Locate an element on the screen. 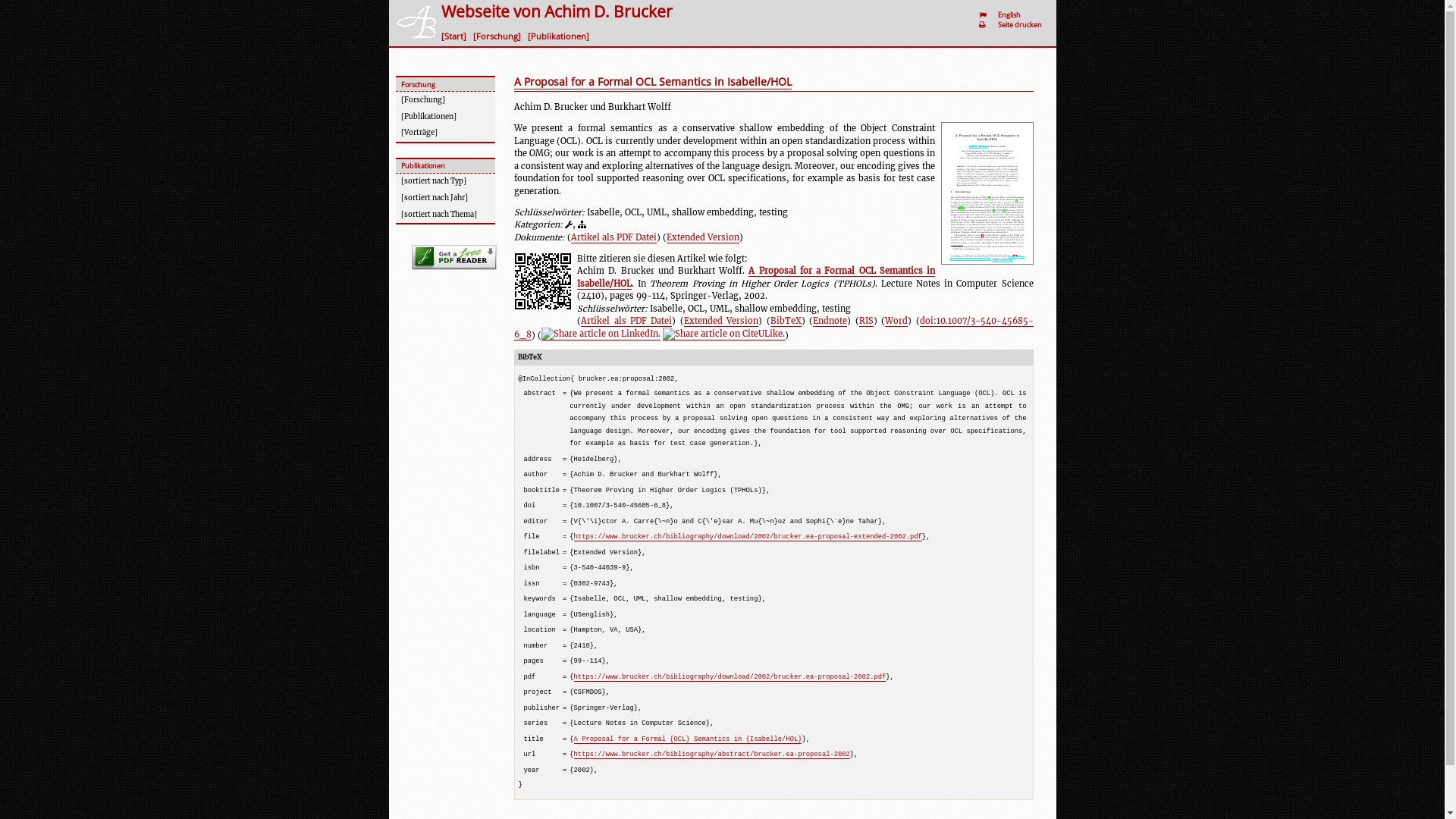 This screenshot has width=1456, height=819. '[Forschung]' is located at coordinates (499, 35).